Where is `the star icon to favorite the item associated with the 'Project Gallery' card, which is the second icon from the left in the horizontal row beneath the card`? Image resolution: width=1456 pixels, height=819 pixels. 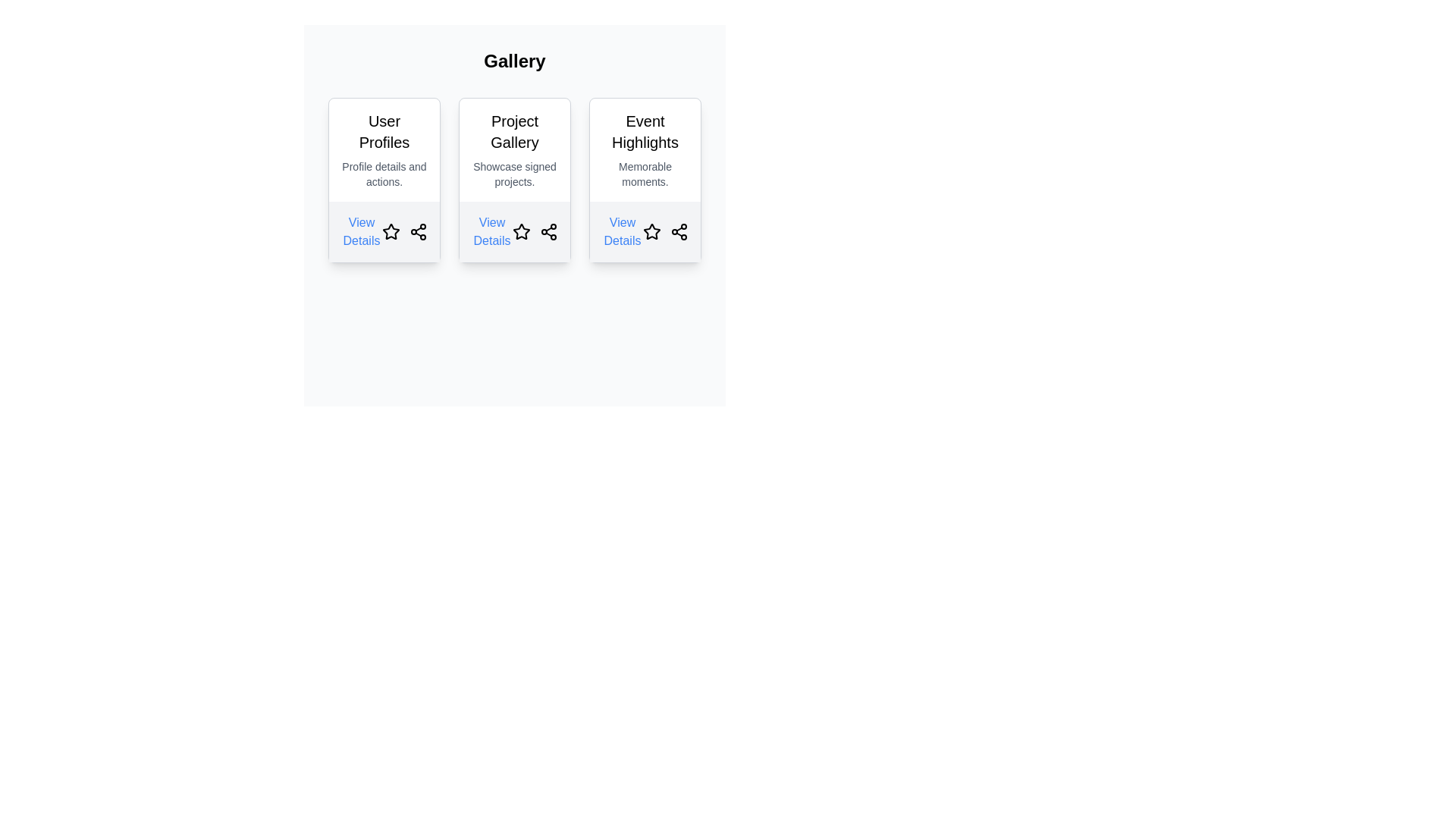
the star icon to favorite the item associated with the 'Project Gallery' card, which is the second icon from the left in the horizontal row beneath the card is located at coordinates (521, 231).